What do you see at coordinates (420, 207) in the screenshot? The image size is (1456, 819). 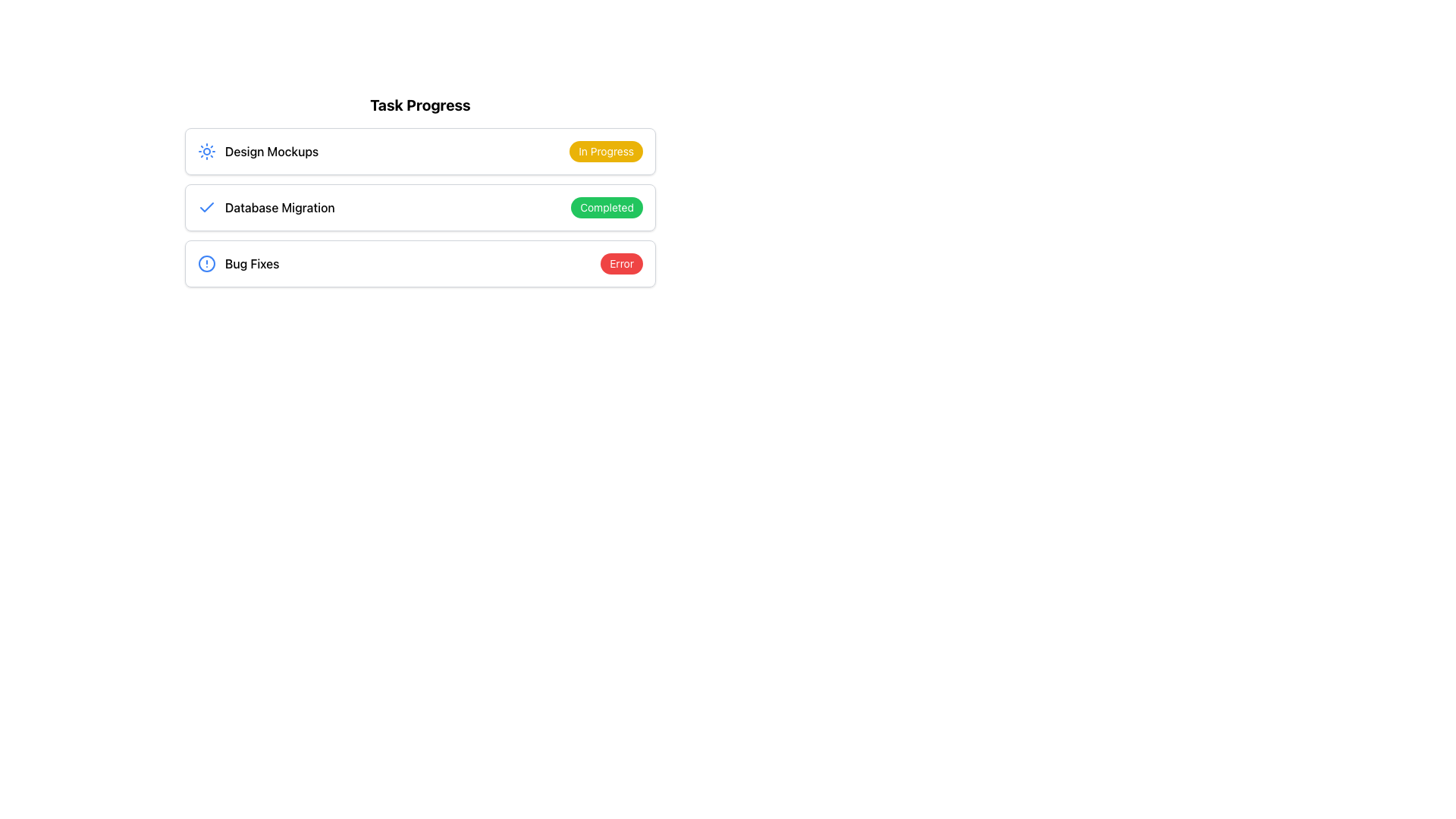 I see `the 'Task Progress Indicator' which displays the progress of the 'Database Migration' task marked as 'Completed' to focus or select it` at bounding box center [420, 207].